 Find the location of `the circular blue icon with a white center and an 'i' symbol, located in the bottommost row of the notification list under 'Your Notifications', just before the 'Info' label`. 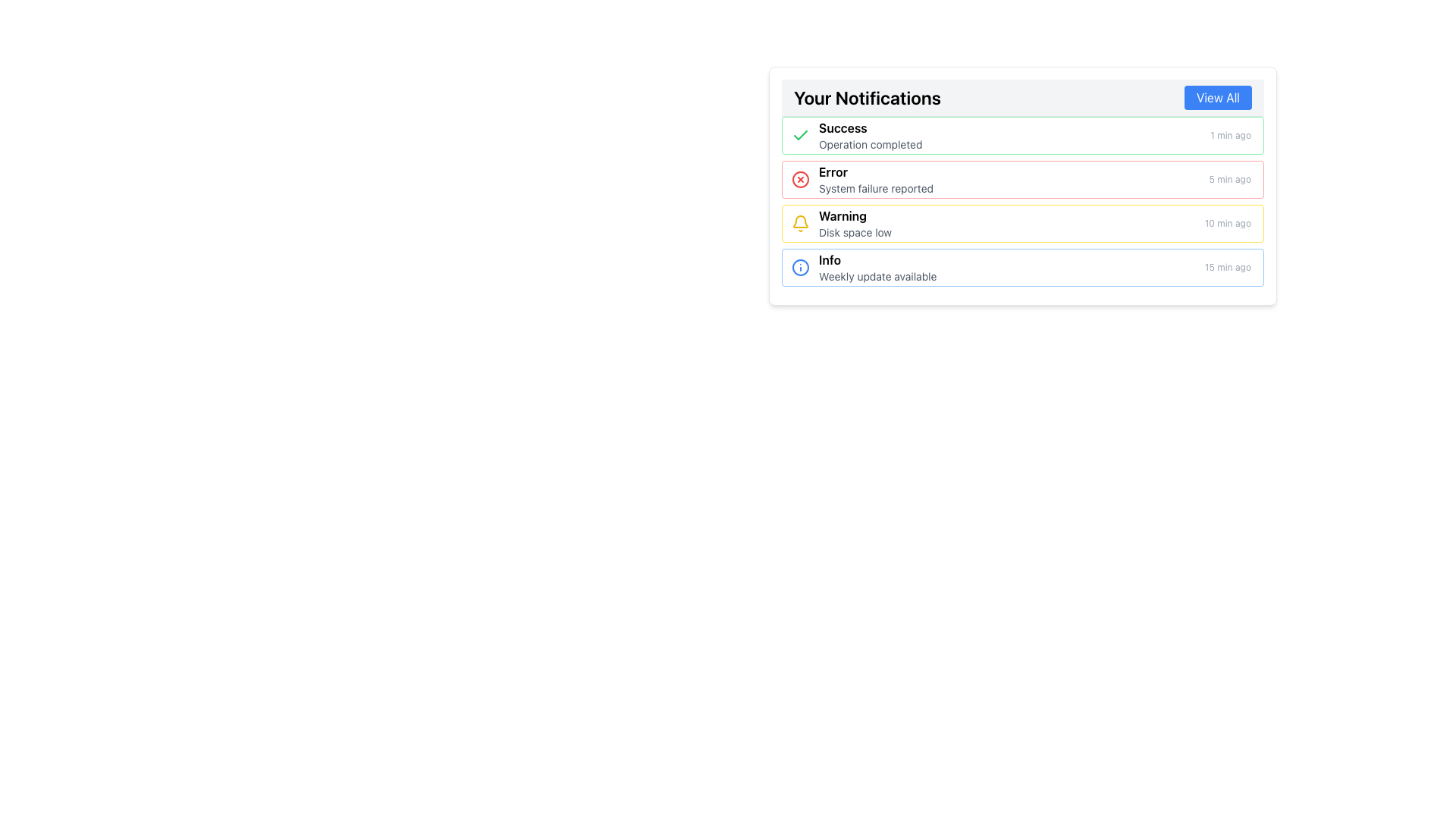

the circular blue icon with a white center and an 'i' symbol, located in the bottommost row of the notification list under 'Your Notifications', just before the 'Info' label is located at coordinates (800, 267).